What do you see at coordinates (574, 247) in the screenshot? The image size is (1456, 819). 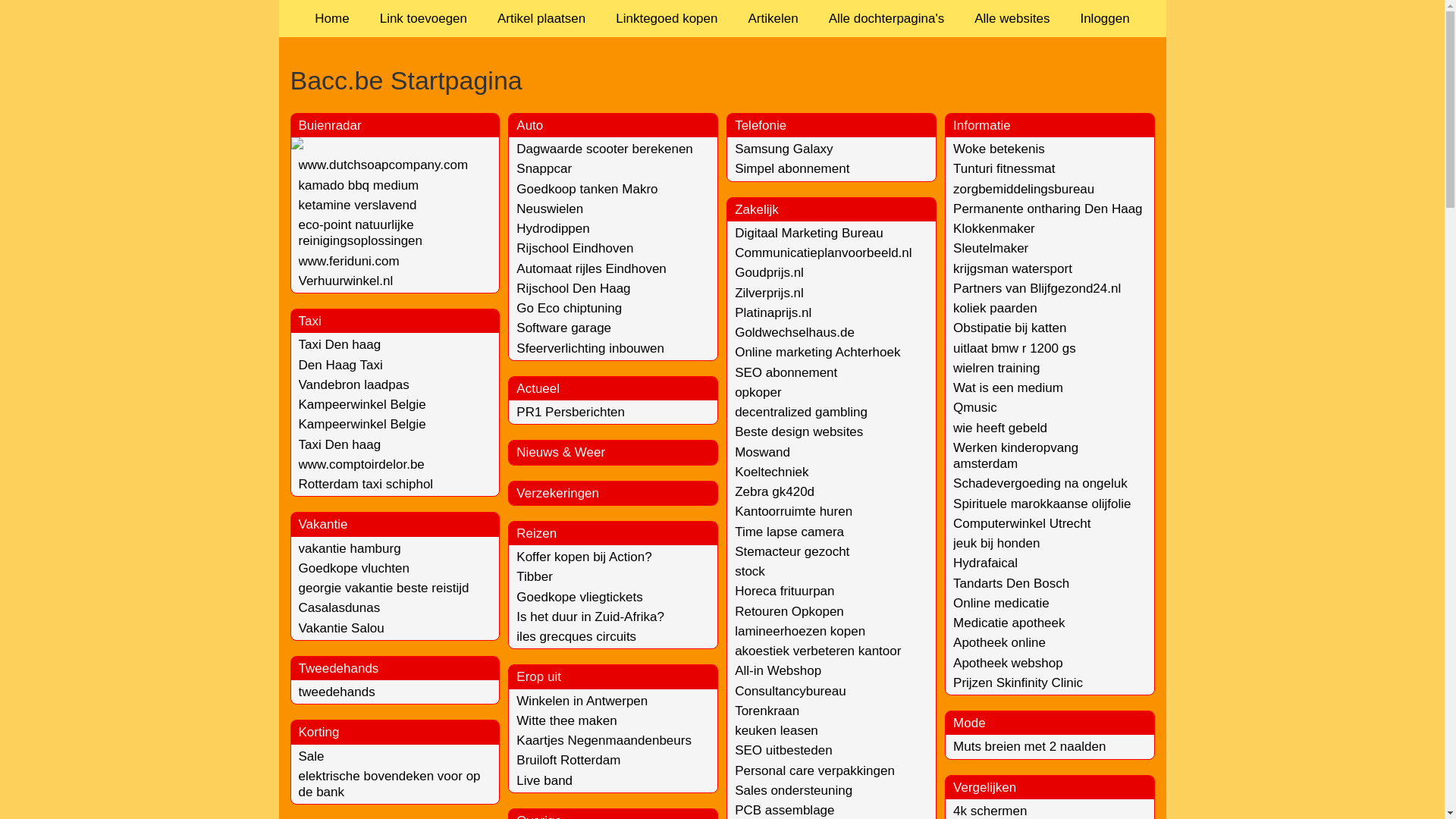 I see `'Rijschool Eindhoven'` at bounding box center [574, 247].